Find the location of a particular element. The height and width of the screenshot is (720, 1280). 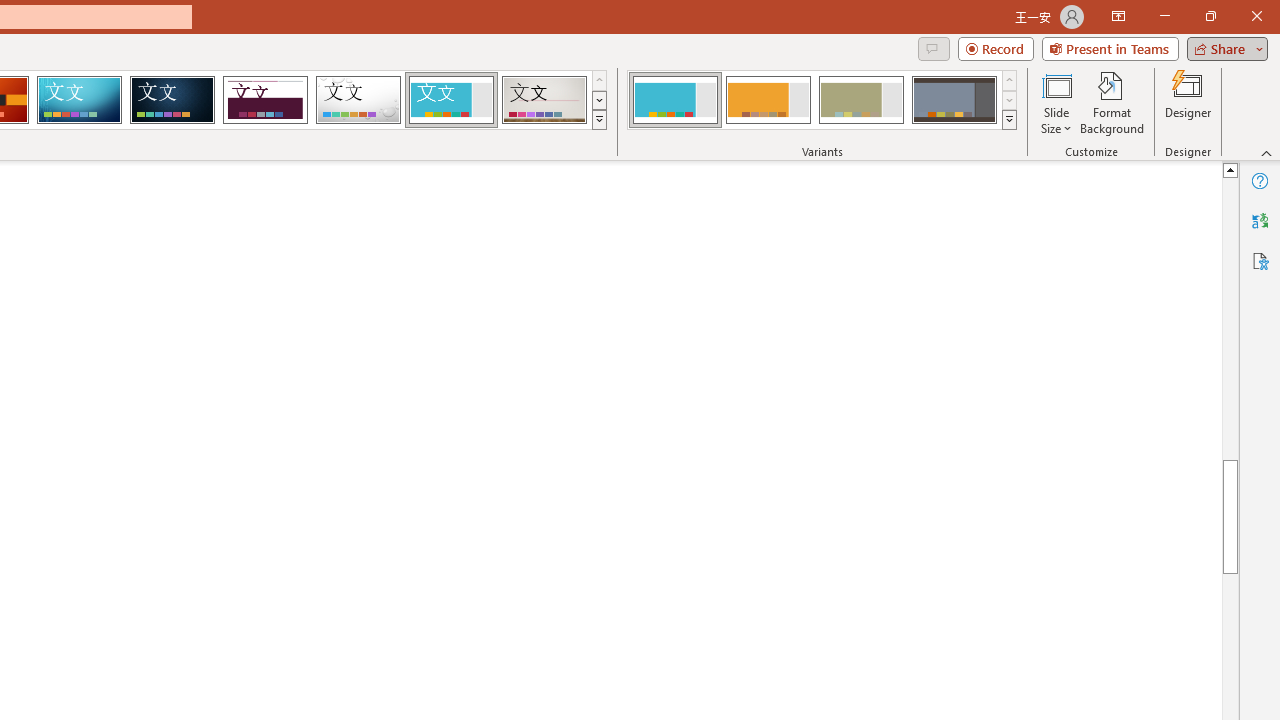

'Damask' is located at coordinates (172, 100).